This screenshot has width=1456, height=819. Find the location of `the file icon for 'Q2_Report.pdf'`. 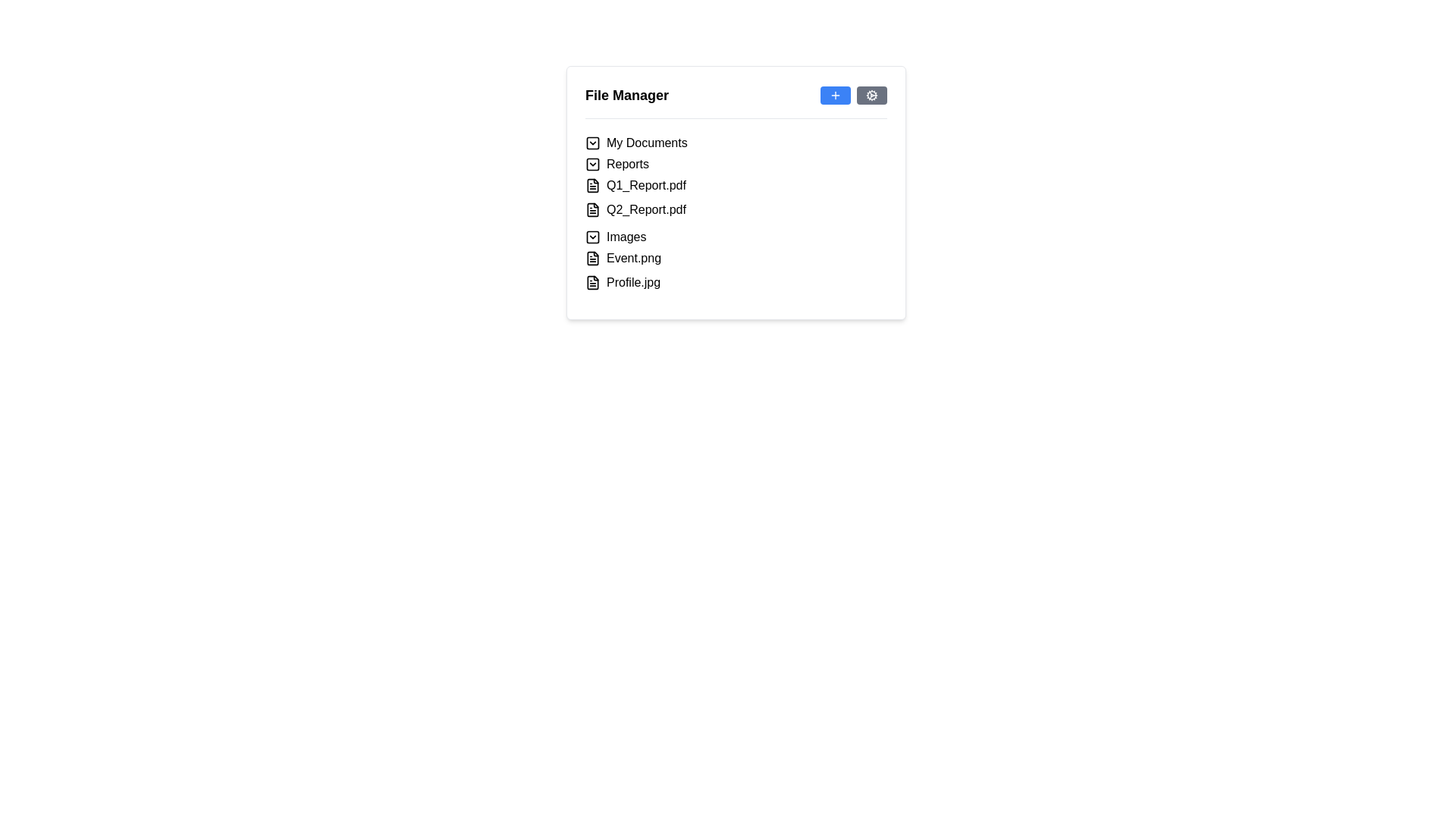

the file icon for 'Q2_Report.pdf' is located at coordinates (592, 210).